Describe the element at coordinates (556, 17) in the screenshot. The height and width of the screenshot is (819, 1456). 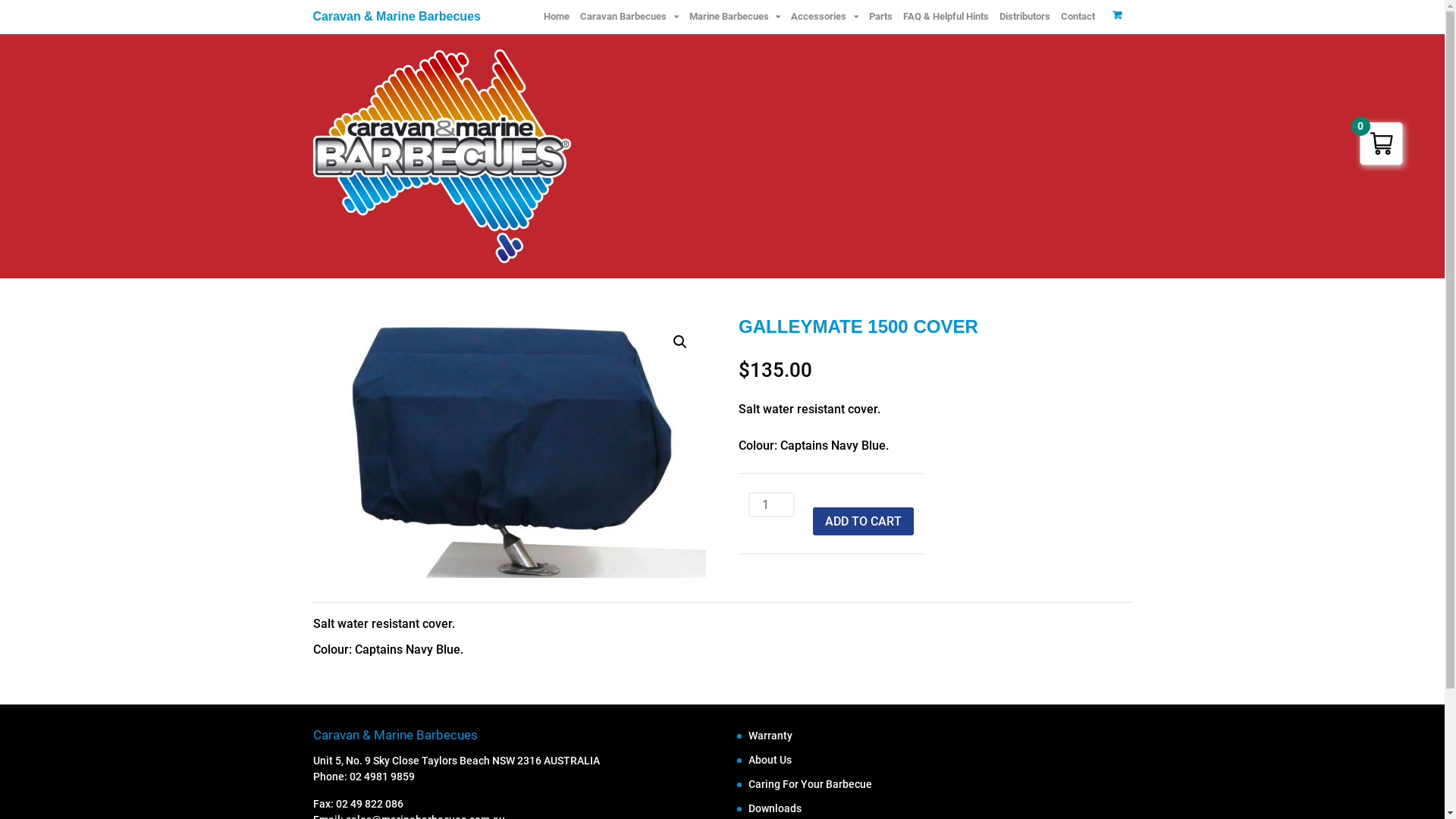
I see `'Home'` at that location.